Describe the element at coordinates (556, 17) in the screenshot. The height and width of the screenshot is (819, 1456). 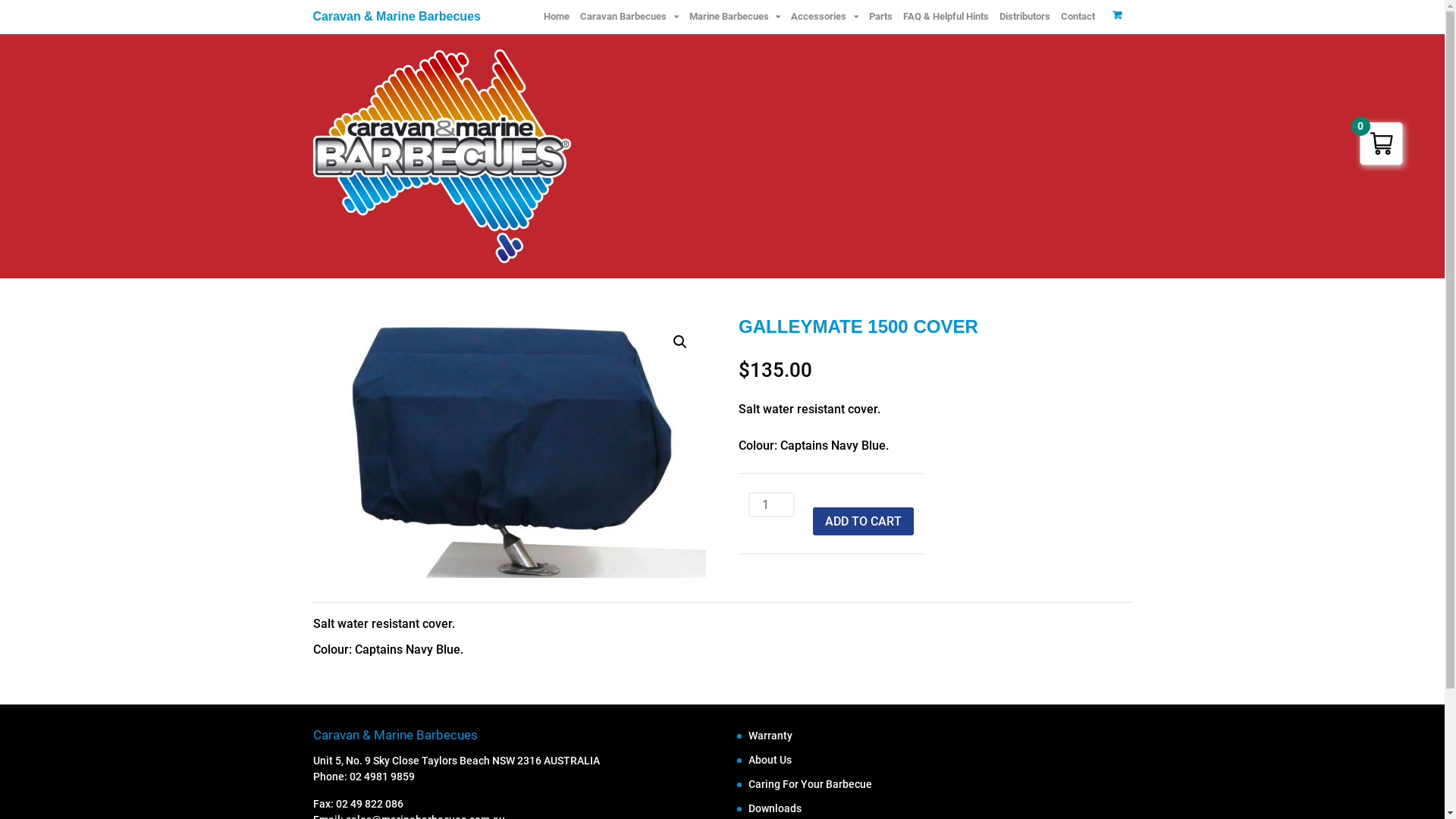
I see `'Home'` at that location.